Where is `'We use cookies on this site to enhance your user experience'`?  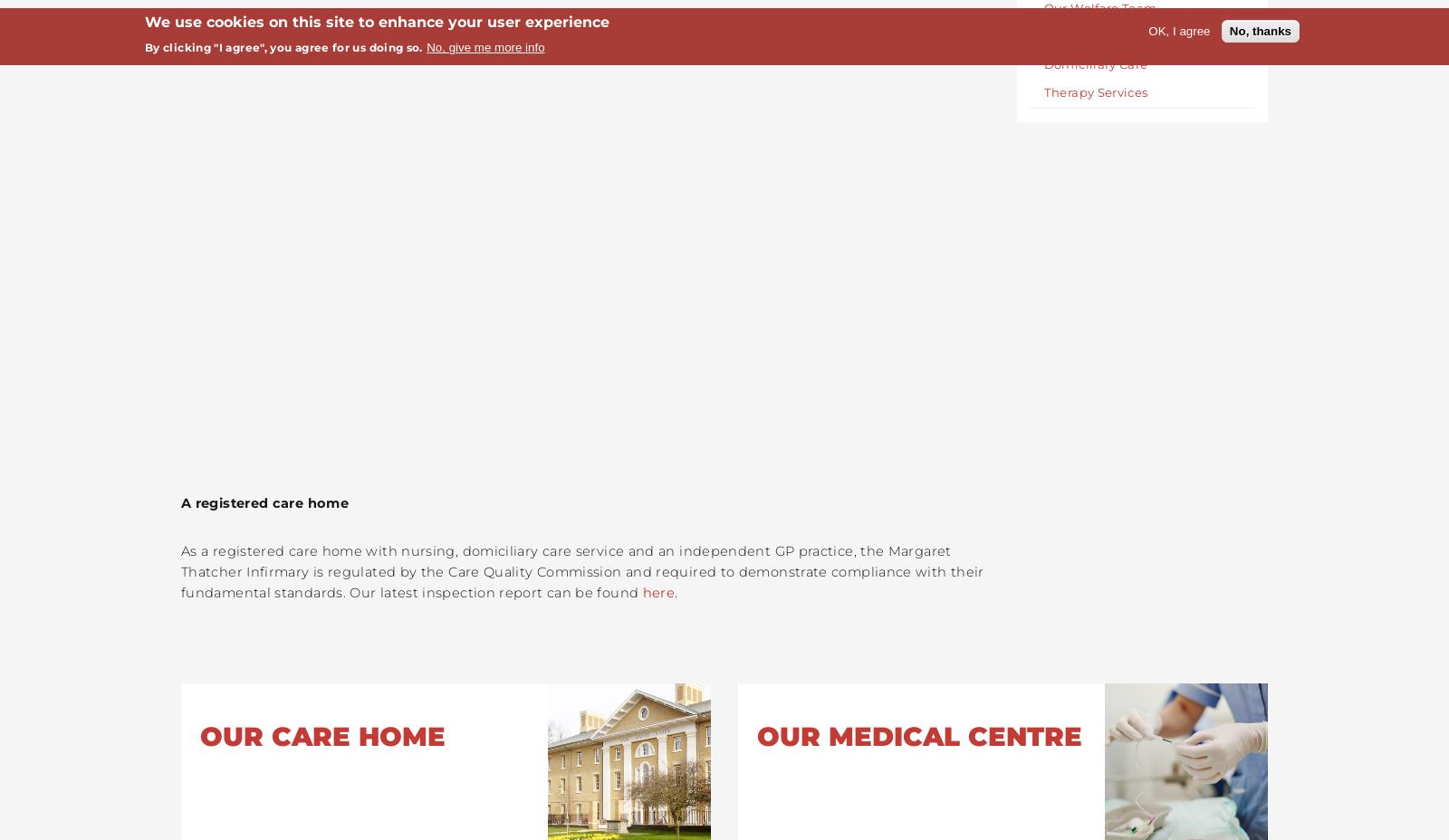
'We use cookies on this site to enhance your user experience' is located at coordinates (376, 21).